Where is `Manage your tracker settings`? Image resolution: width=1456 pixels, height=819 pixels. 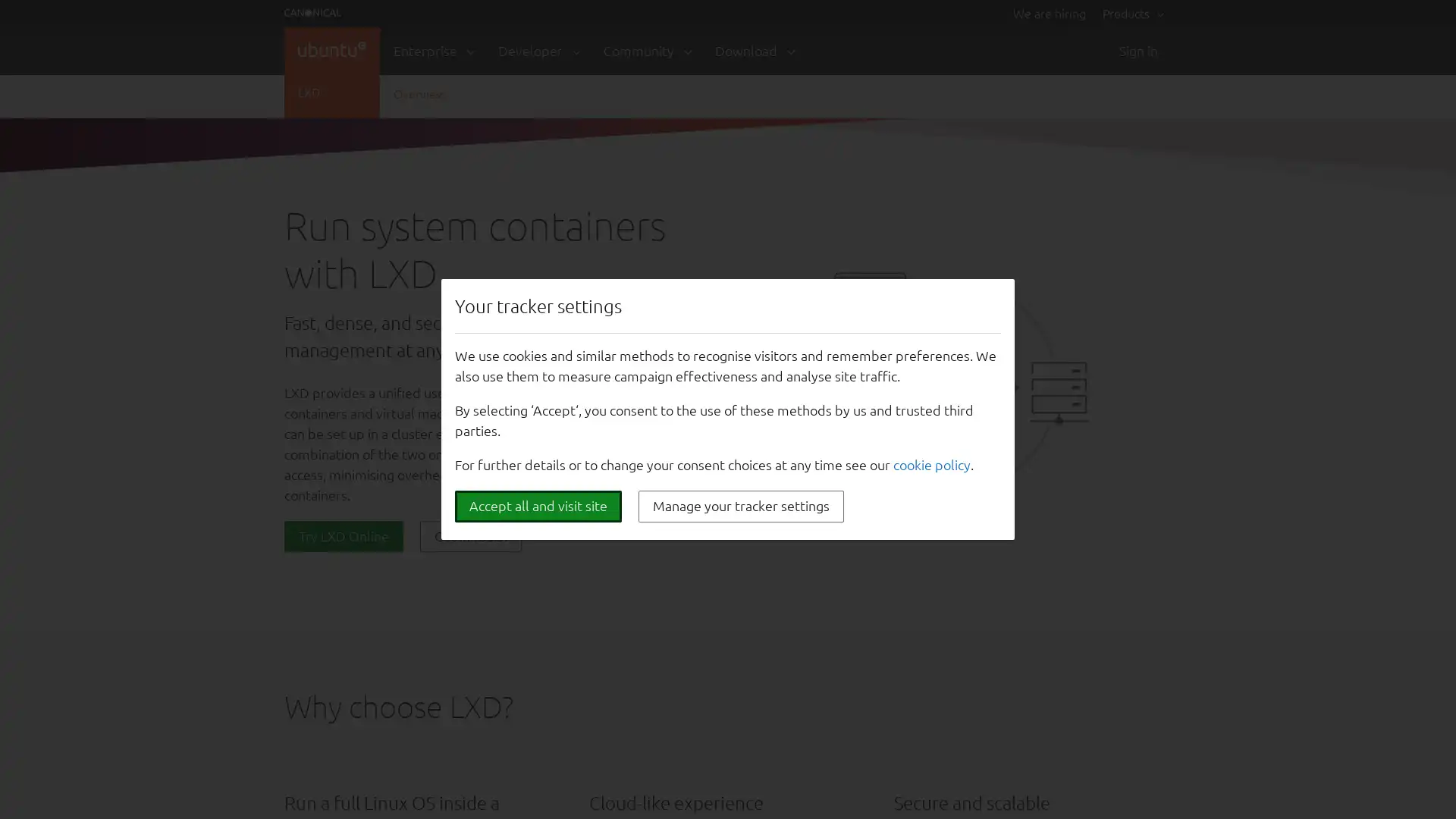
Manage your tracker settings is located at coordinates (741, 506).